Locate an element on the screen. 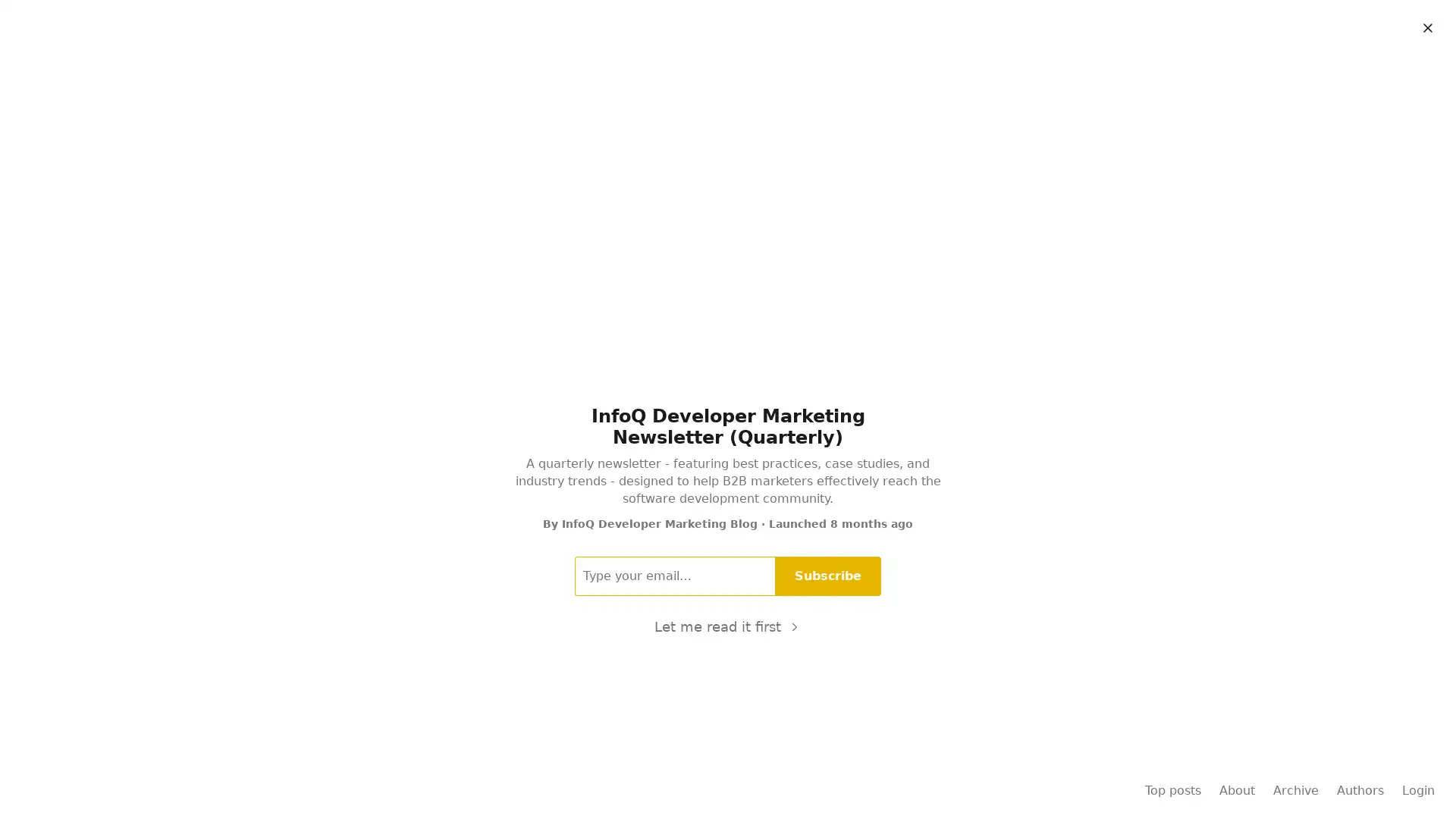  About is located at coordinates (949, 66).